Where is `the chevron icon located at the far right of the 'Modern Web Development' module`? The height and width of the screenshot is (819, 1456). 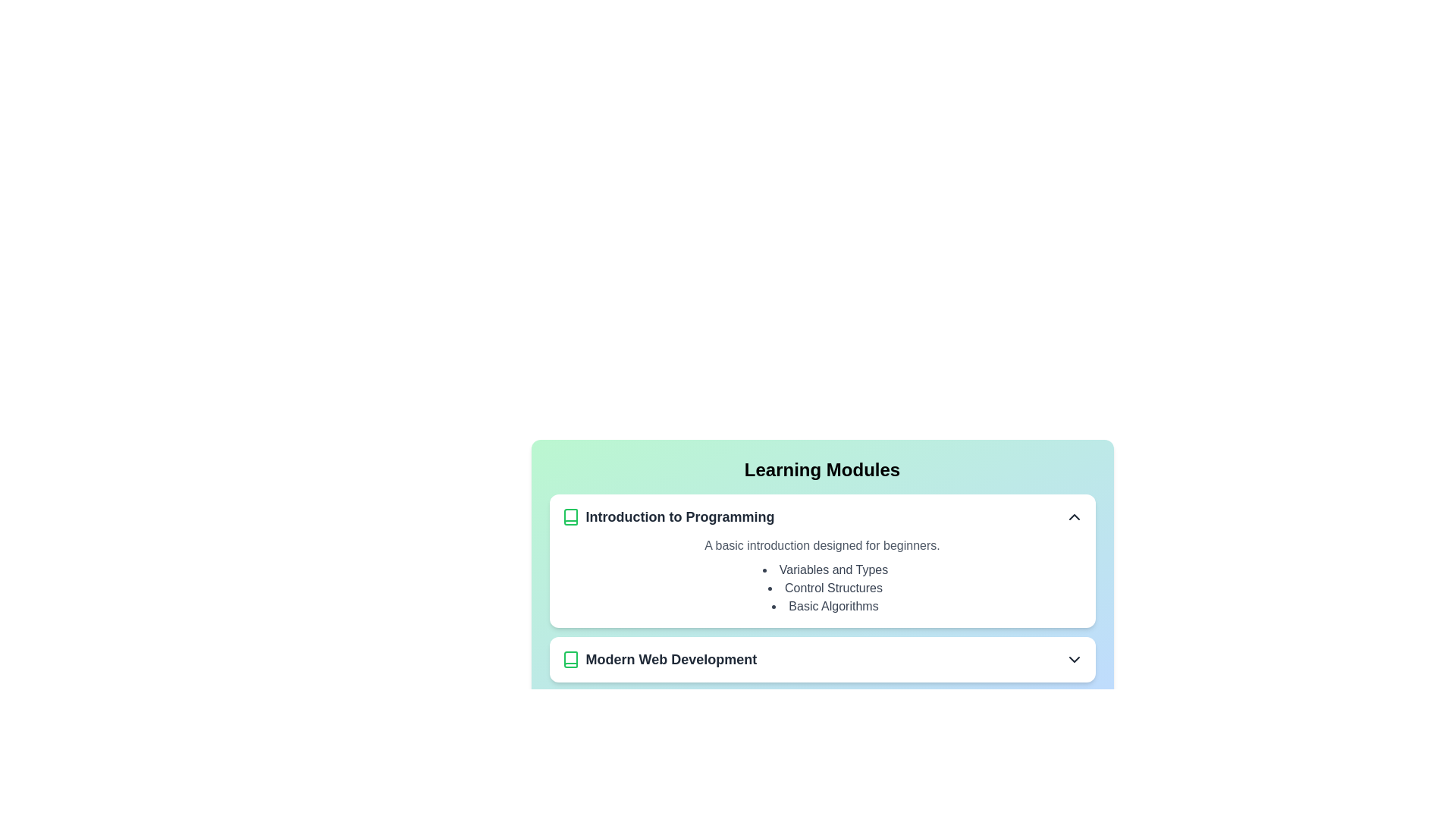
the chevron icon located at the far right of the 'Modern Web Development' module is located at coordinates (1073, 659).